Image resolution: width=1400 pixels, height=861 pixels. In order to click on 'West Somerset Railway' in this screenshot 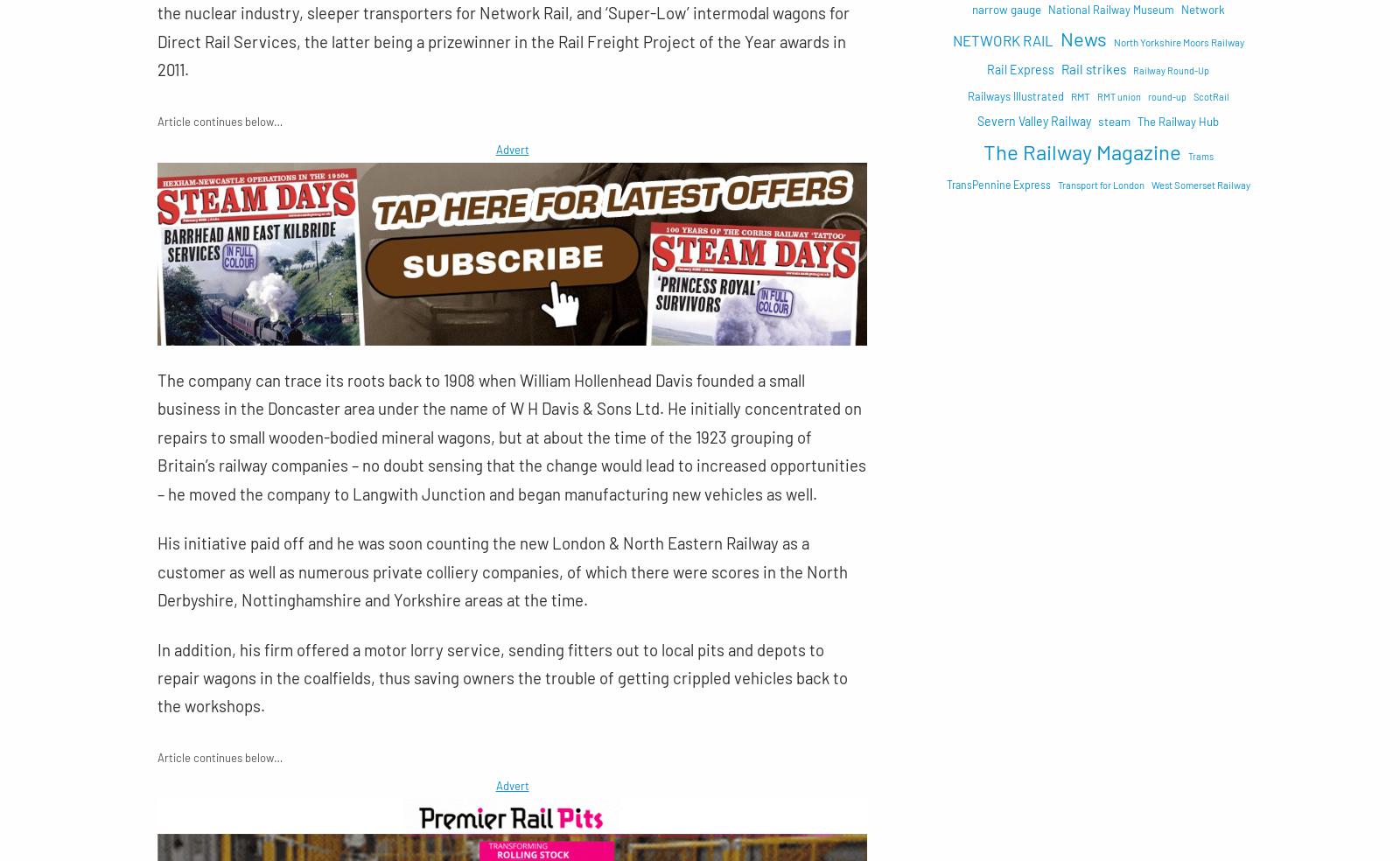, I will do `click(1199, 185)`.